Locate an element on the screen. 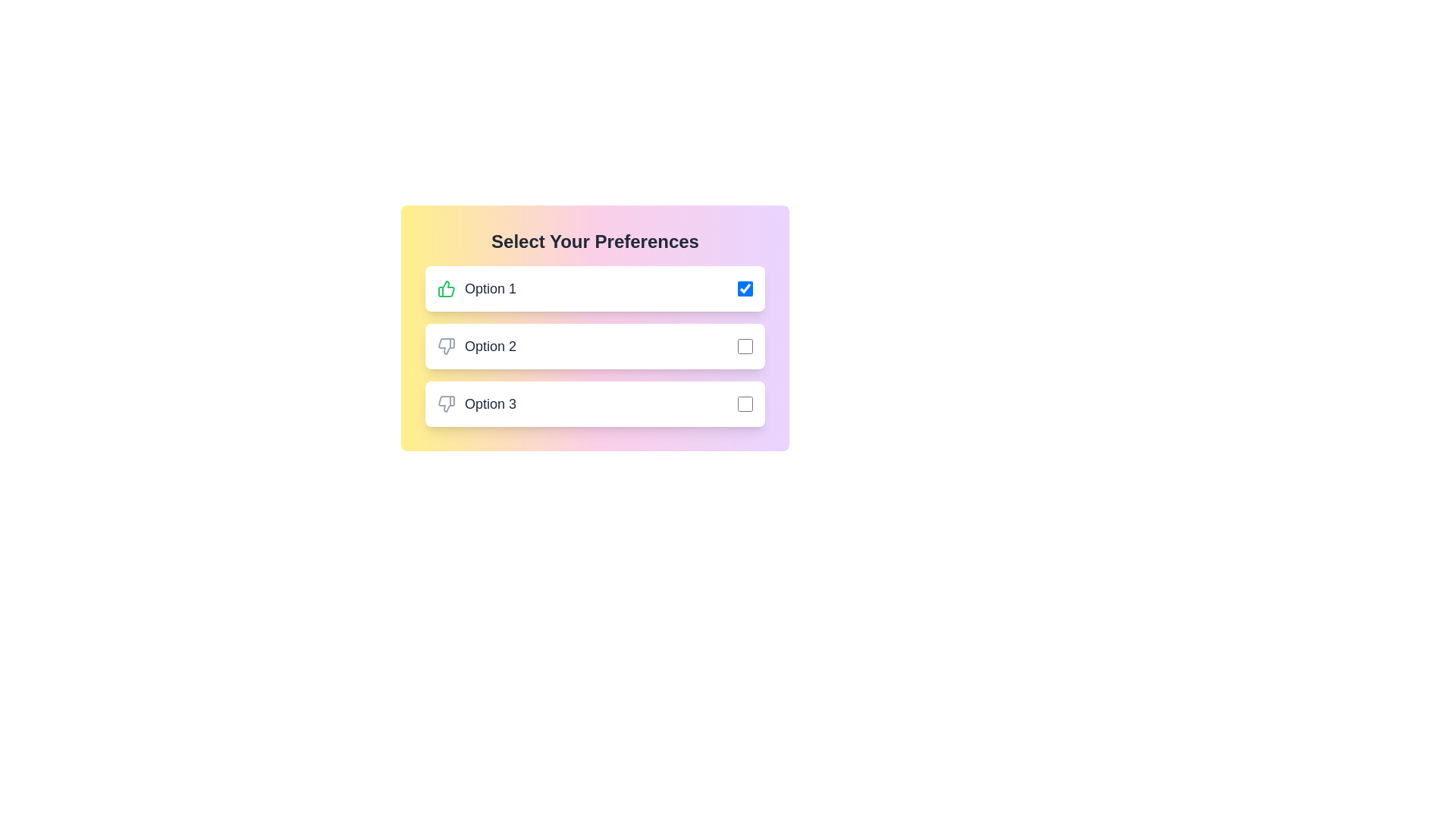 This screenshot has height=819, width=1456. the thumbs-up SVG icon located to the left of the text label 'Option 1' inside a rounded rectangular white button is located at coordinates (445, 289).